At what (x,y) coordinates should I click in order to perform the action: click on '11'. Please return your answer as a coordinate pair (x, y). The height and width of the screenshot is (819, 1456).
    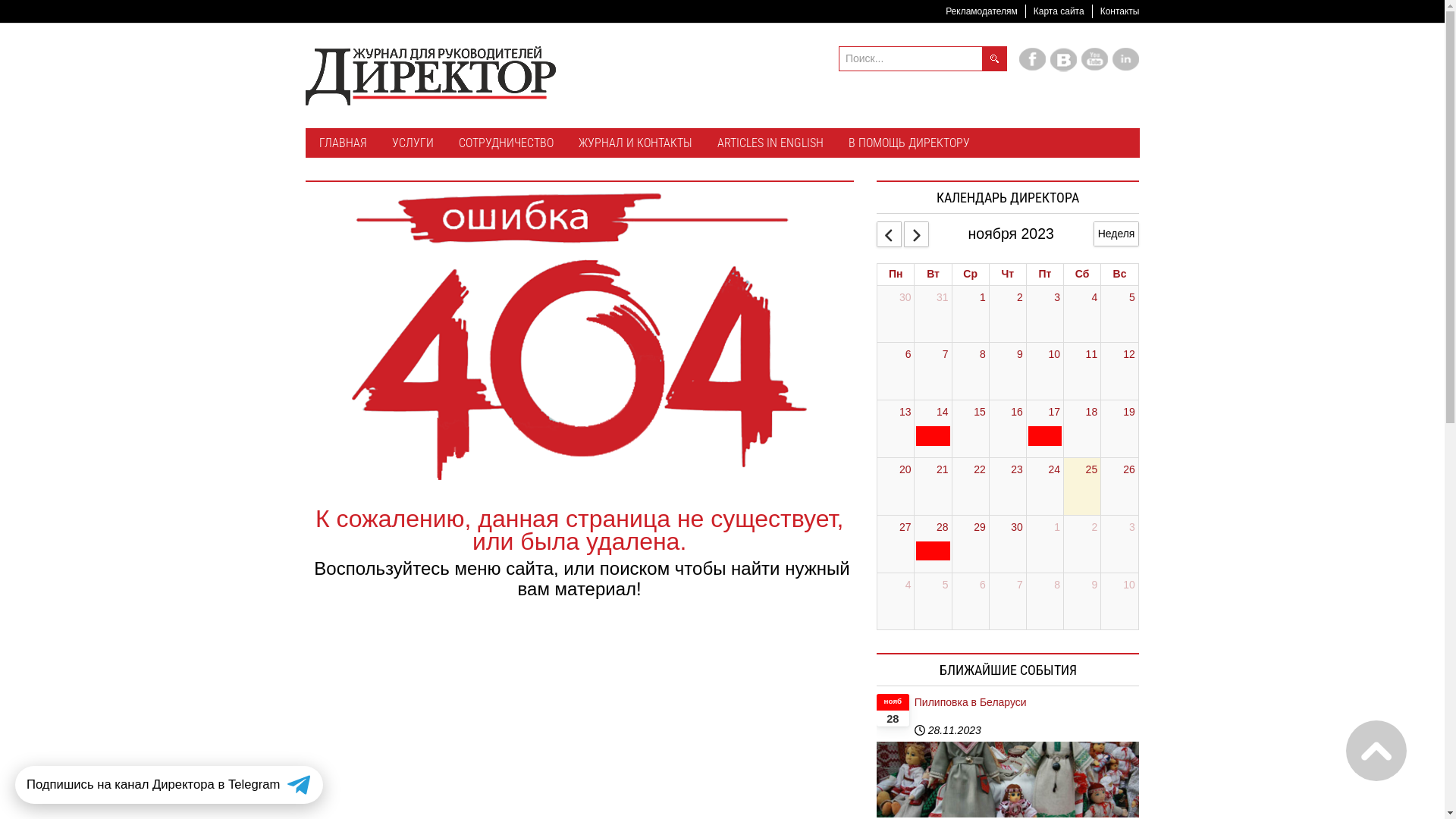
    Looking at the image, I should click on (1092, 354).